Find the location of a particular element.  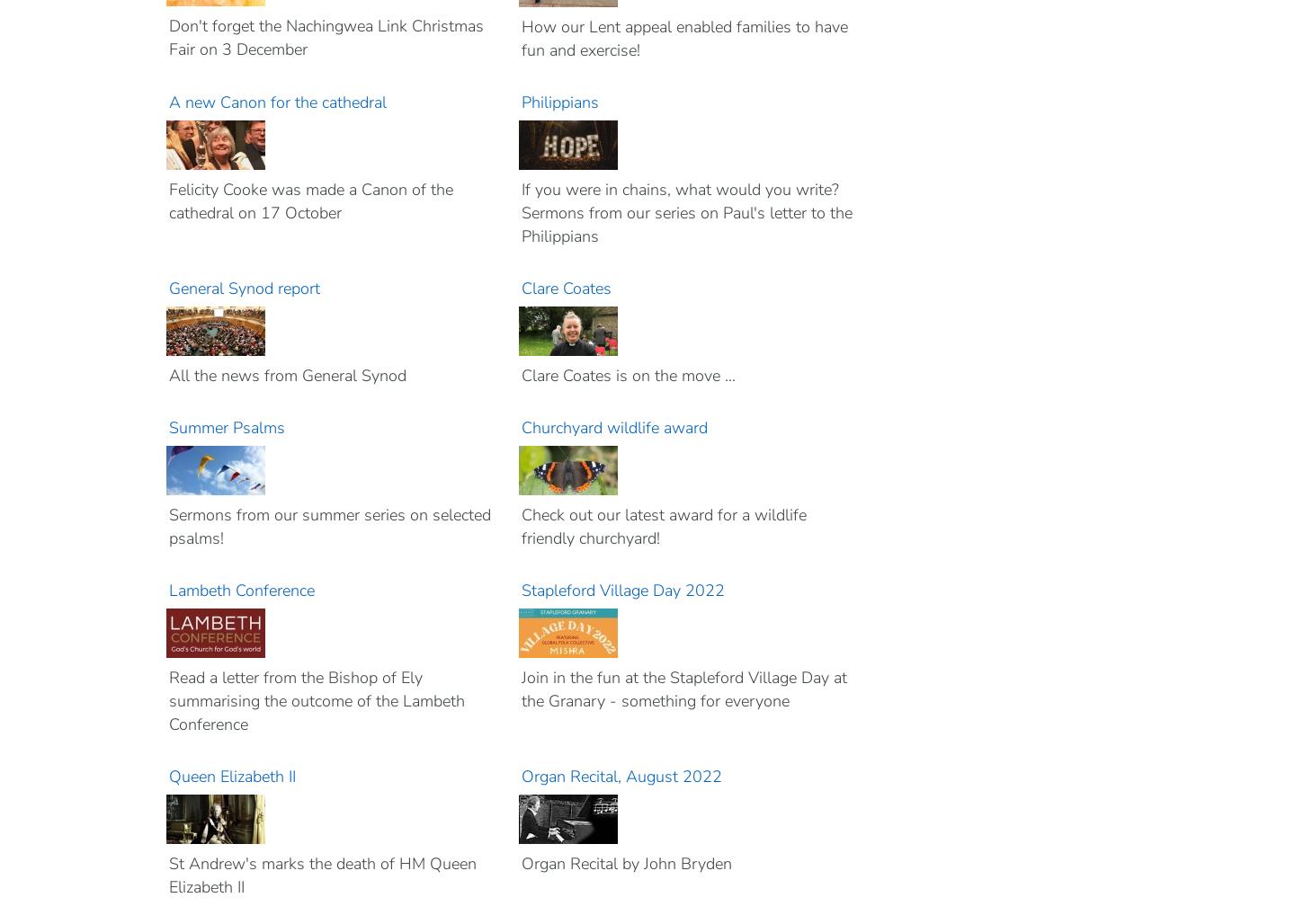

'All the news from General Synod' is located at coordinates (287, 375).